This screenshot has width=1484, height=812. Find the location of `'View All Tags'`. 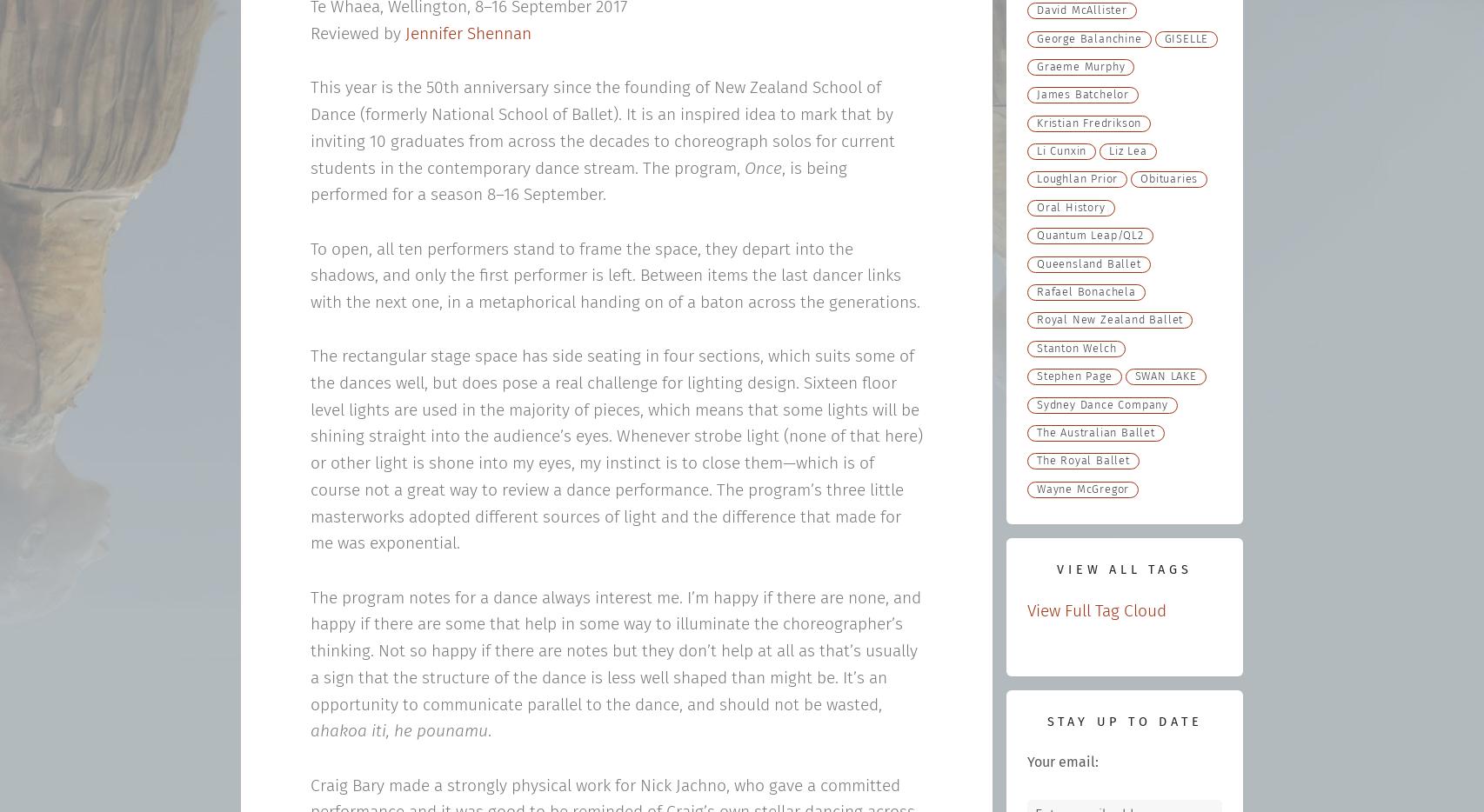

'View All Tags' is located at coordinates (1123, 569).